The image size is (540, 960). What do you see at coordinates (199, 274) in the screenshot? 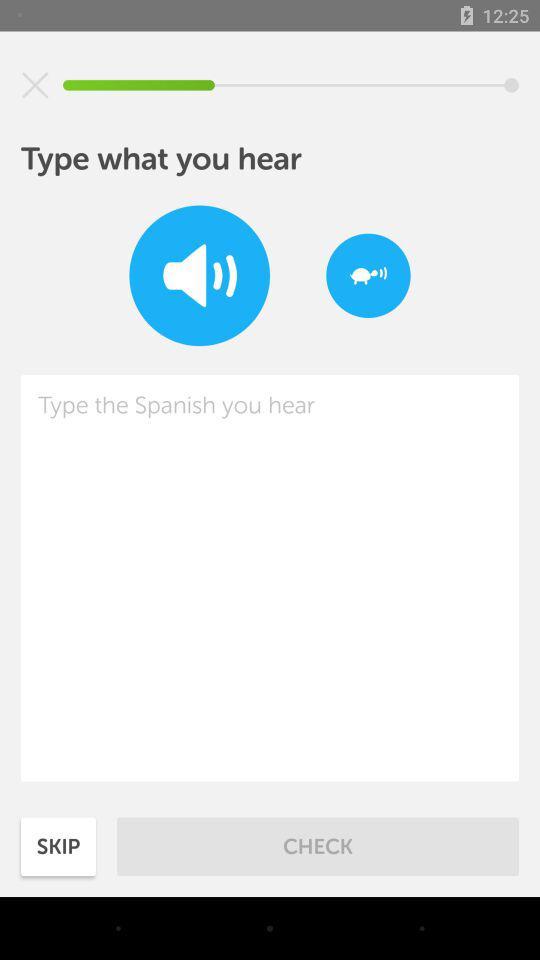
I see `volume` at bounding box center [199, 274].